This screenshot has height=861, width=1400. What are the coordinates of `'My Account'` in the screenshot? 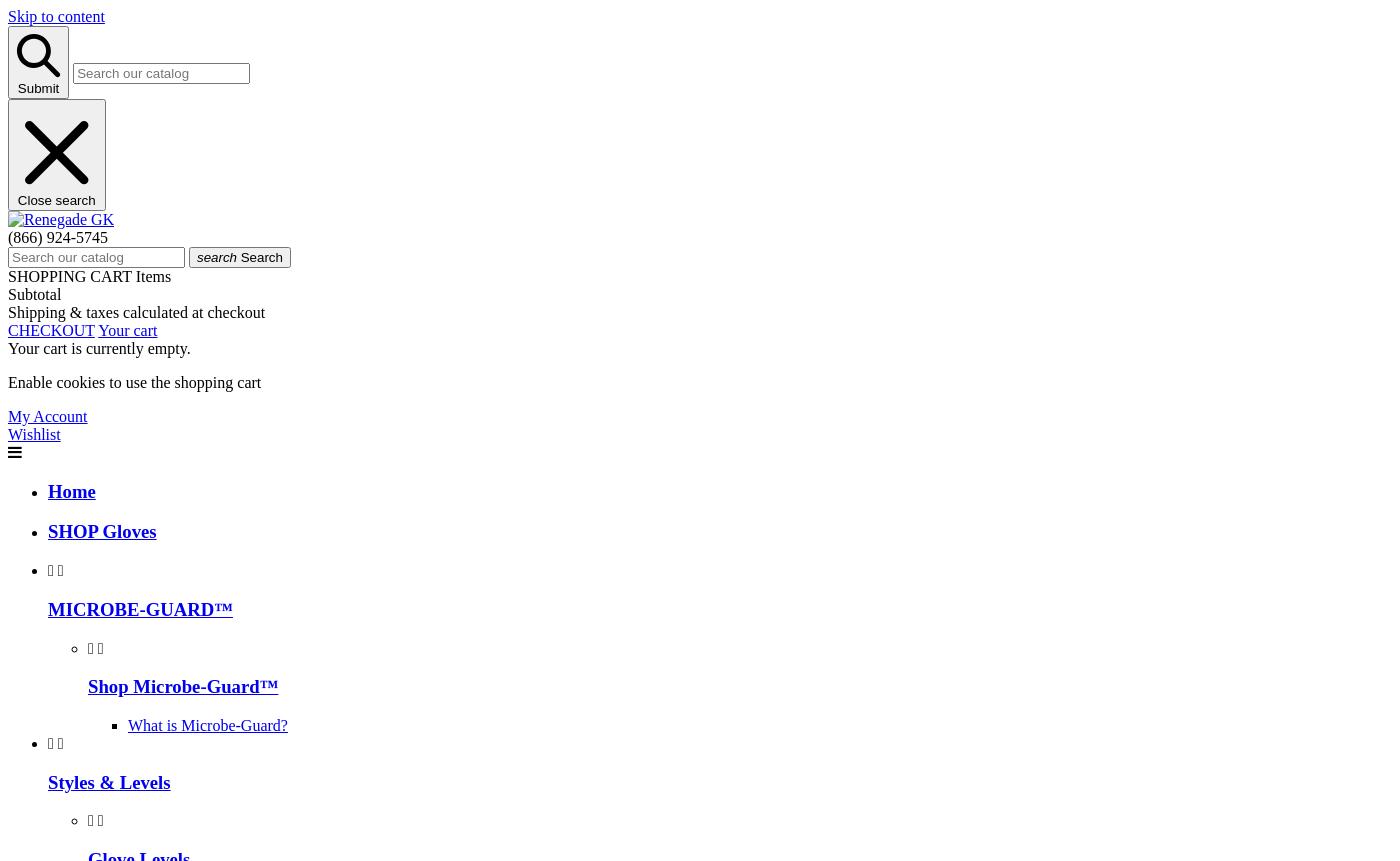 It's located at (7, 415).